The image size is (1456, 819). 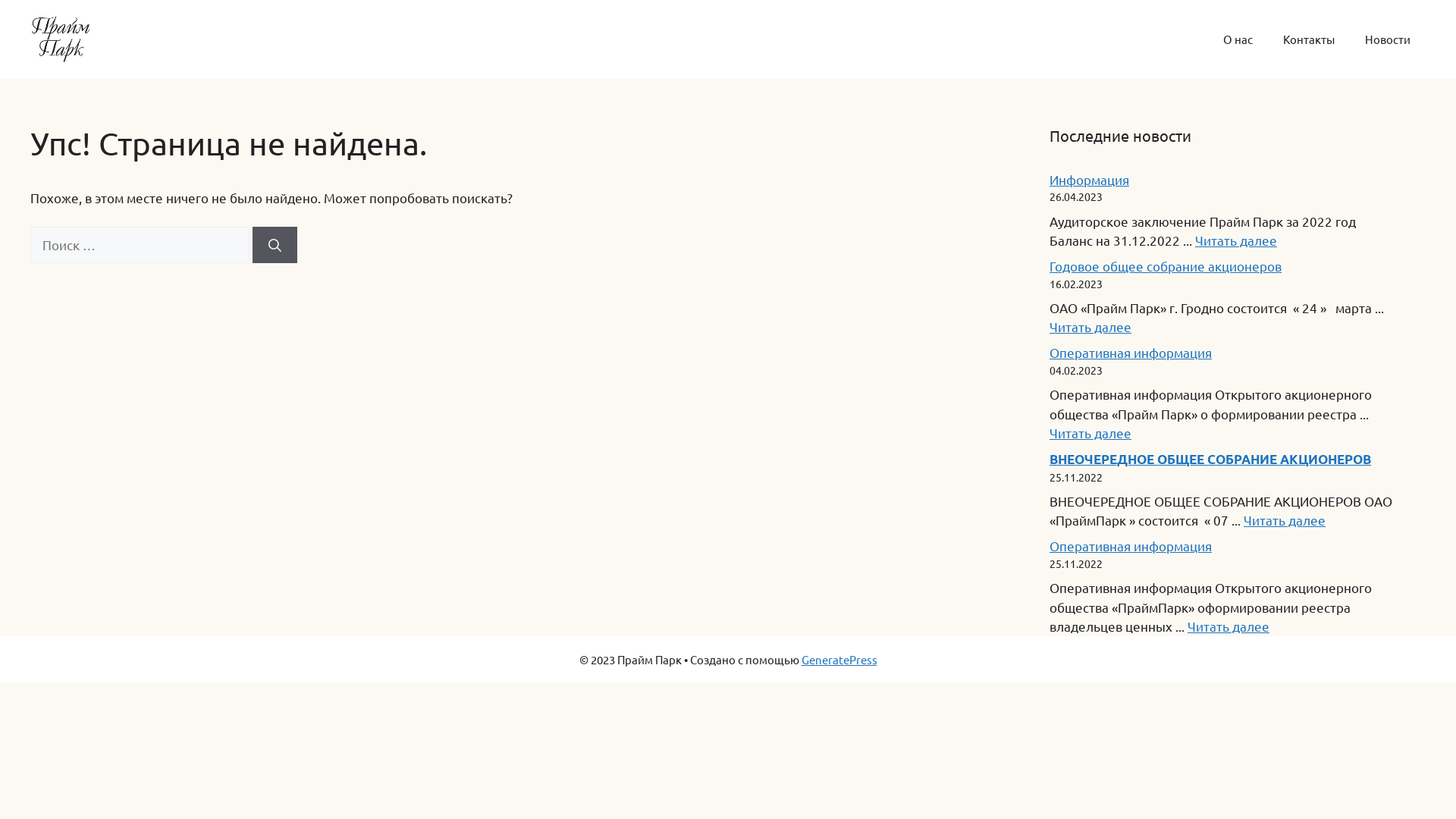 What do you see at coordinates (837, 658) in the screenshot?
I see `'GeneratePress'` at bounding box center [837, 658].